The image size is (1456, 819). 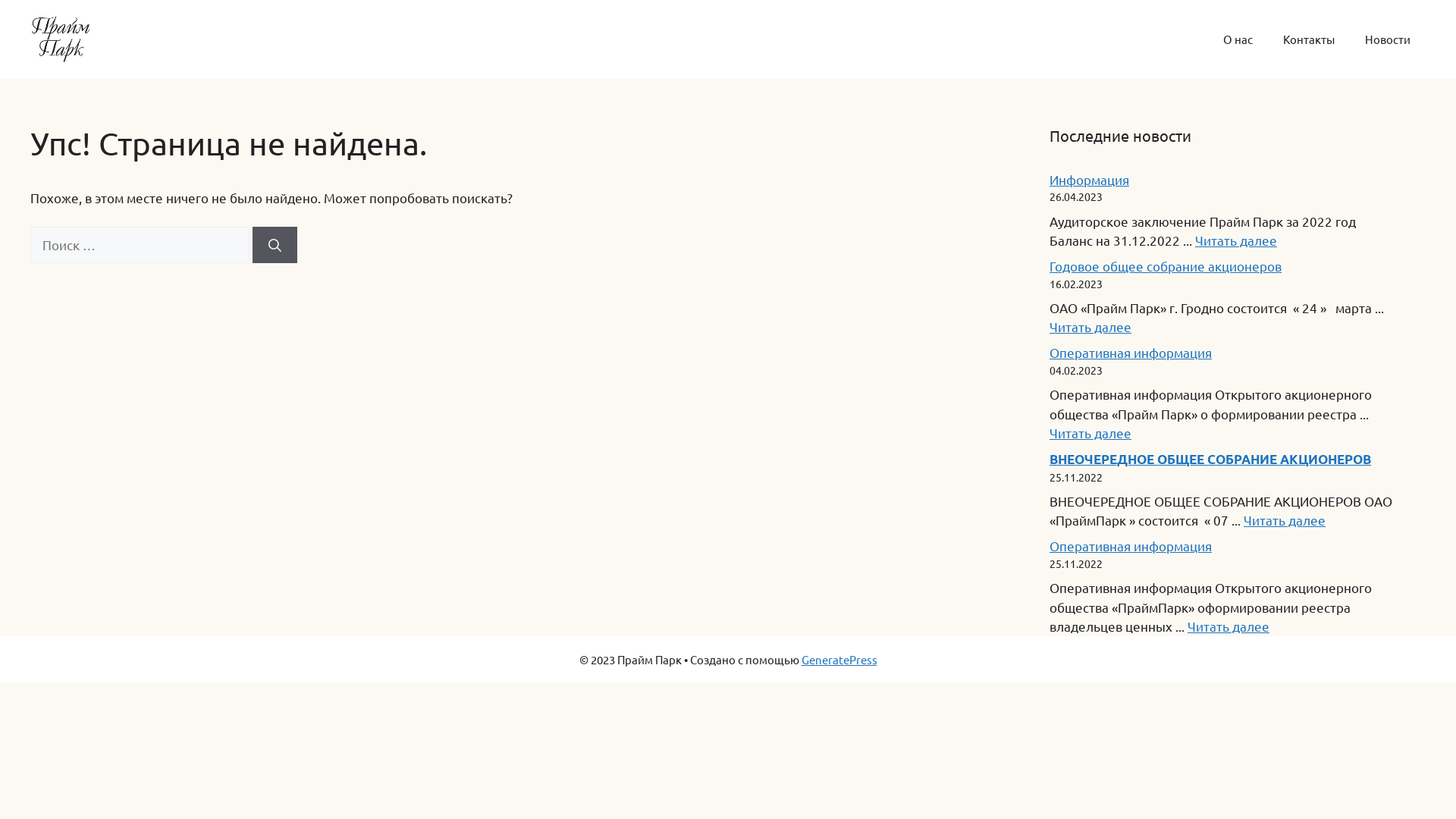 What do you see at coordinates (837, 658) in the screenshot?
I see `'GeneratePress'` at bounding box center [837, 658].